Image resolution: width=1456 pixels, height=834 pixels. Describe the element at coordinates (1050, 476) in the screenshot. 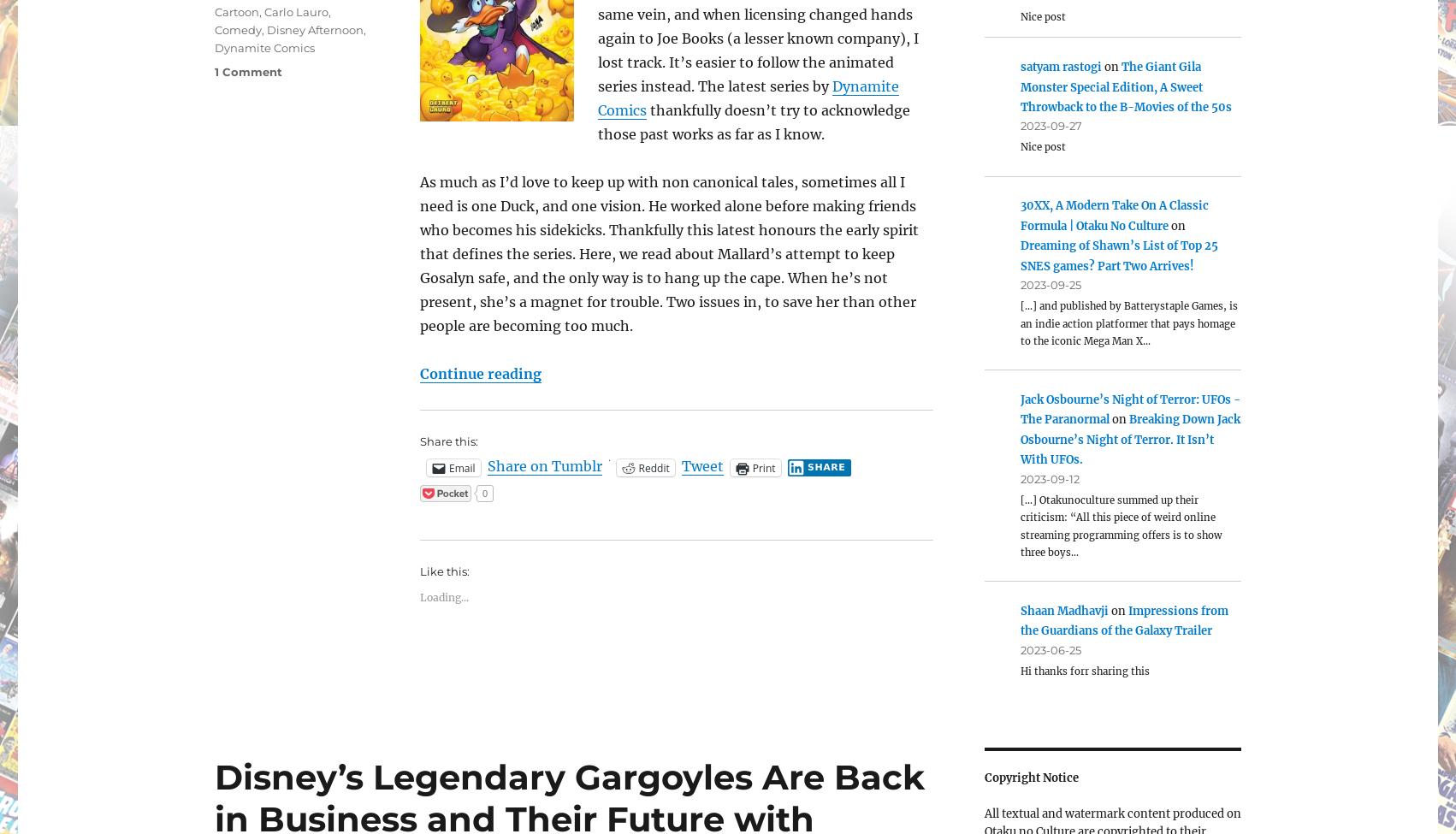

I see `'2023-09-12'` at that location.